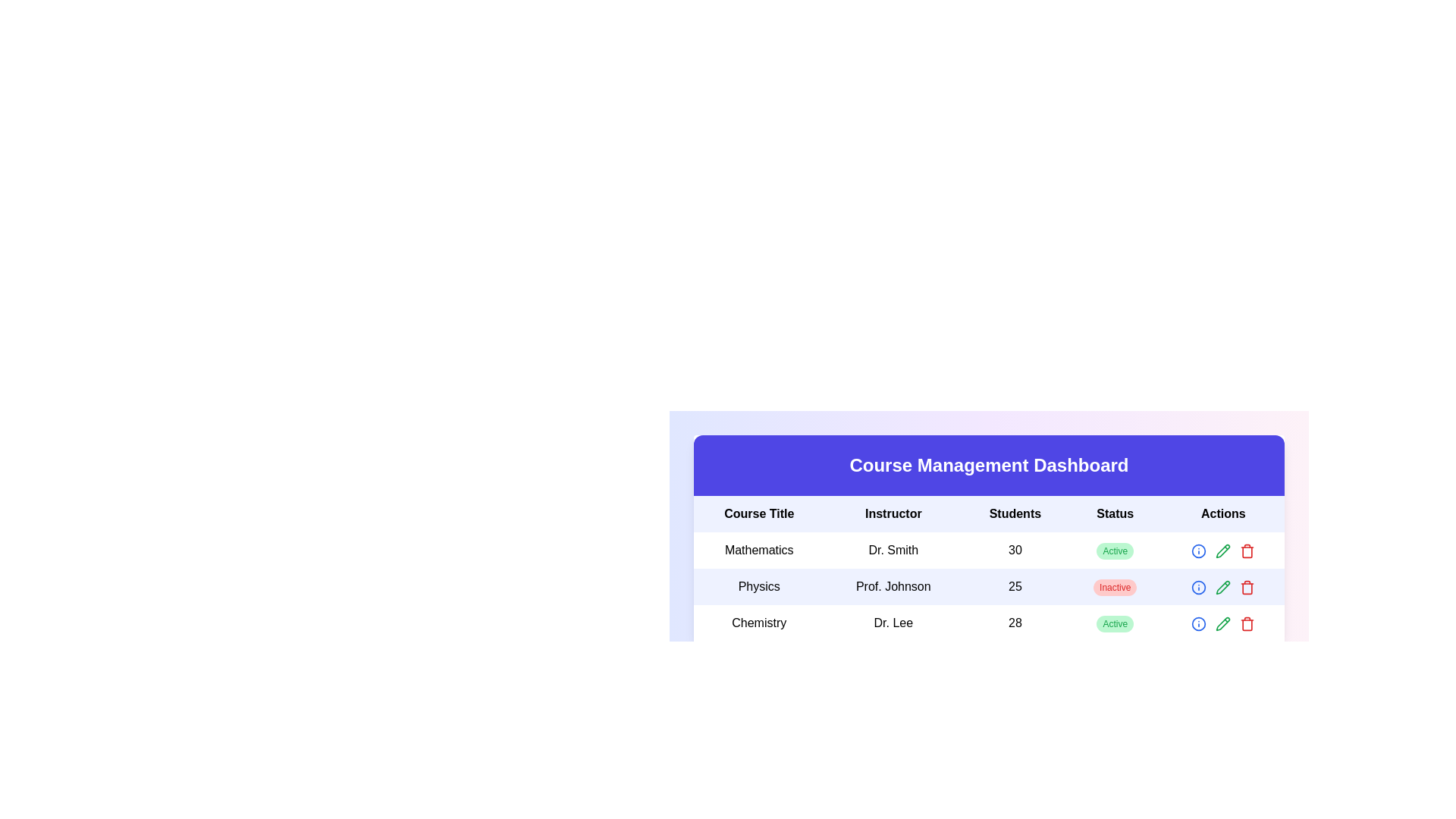  What do you see at coordinates (1247, 623) in the screenshot?
I see `the delete icon located in the bottom-most row of the 'Actions' column in the table, which is the third column from the right` at bounding box center [1247, 623].